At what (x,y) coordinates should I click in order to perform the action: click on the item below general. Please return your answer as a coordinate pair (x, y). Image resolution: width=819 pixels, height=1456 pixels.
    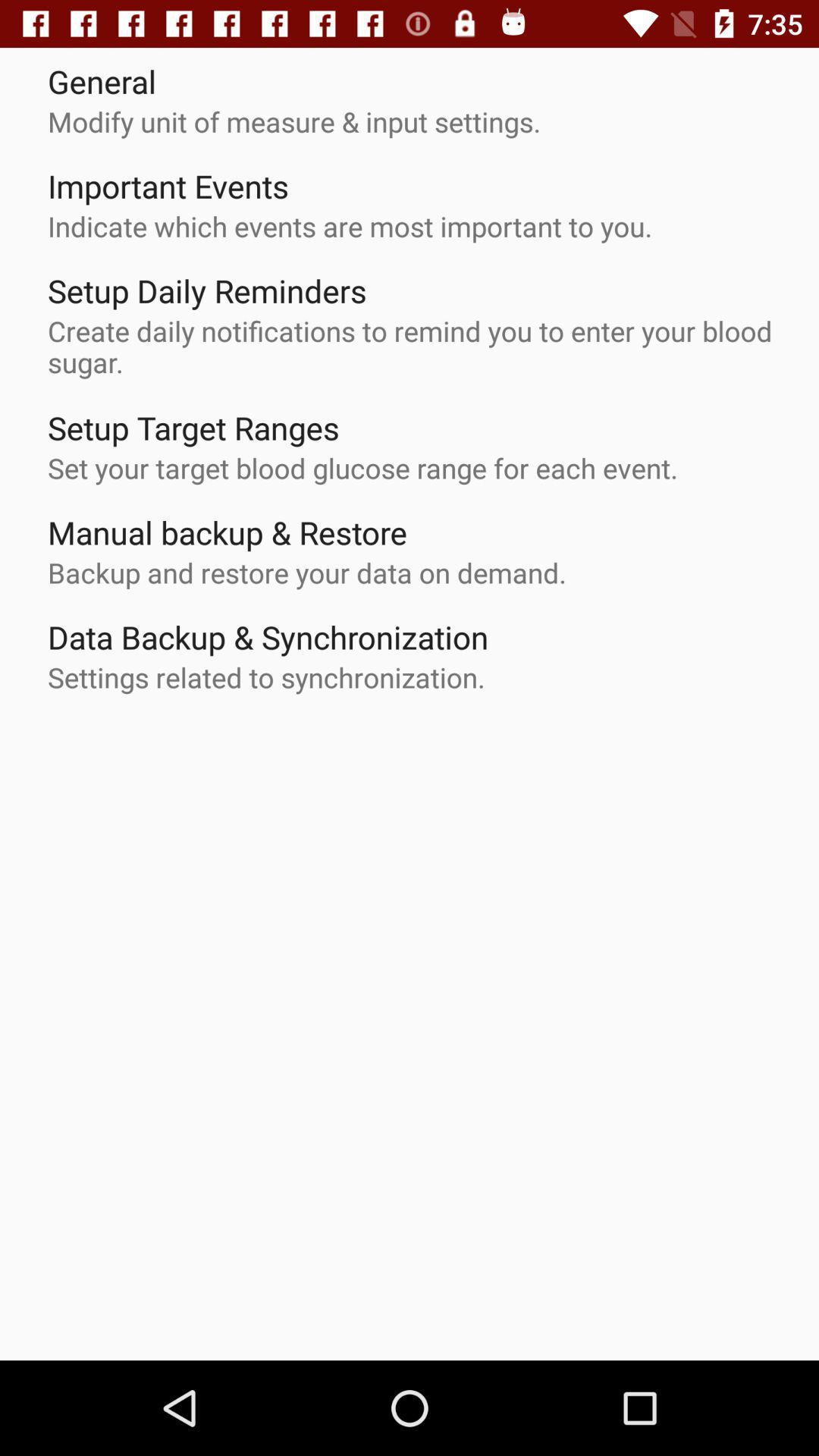
    Looking at the image, I should click on (294, 121).